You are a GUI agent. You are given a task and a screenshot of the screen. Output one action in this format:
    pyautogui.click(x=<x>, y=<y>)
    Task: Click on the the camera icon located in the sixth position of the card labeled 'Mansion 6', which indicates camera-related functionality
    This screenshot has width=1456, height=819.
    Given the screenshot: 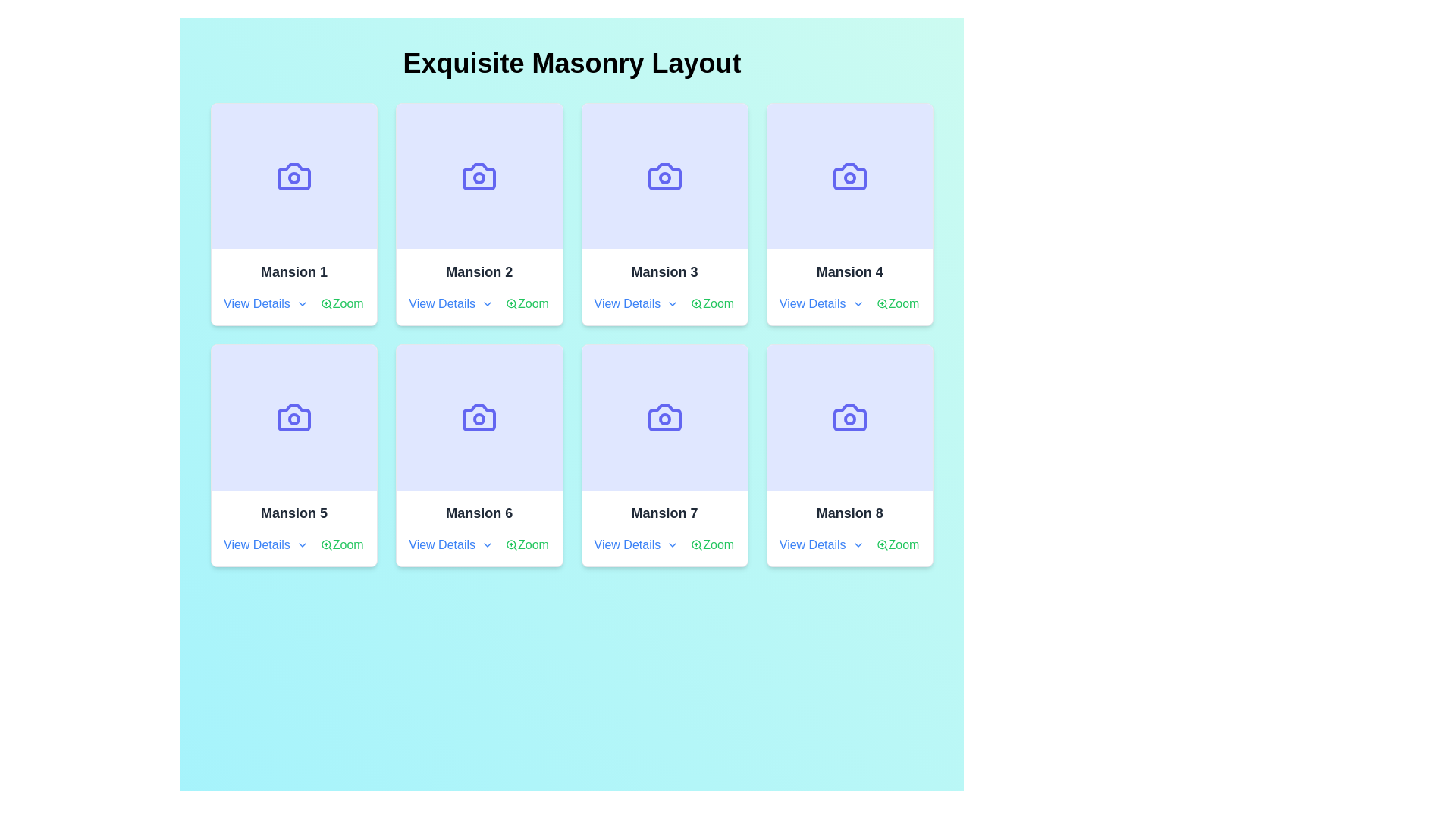 What is the action you would take?
    pyautogui.click(x=479, y=418)
    